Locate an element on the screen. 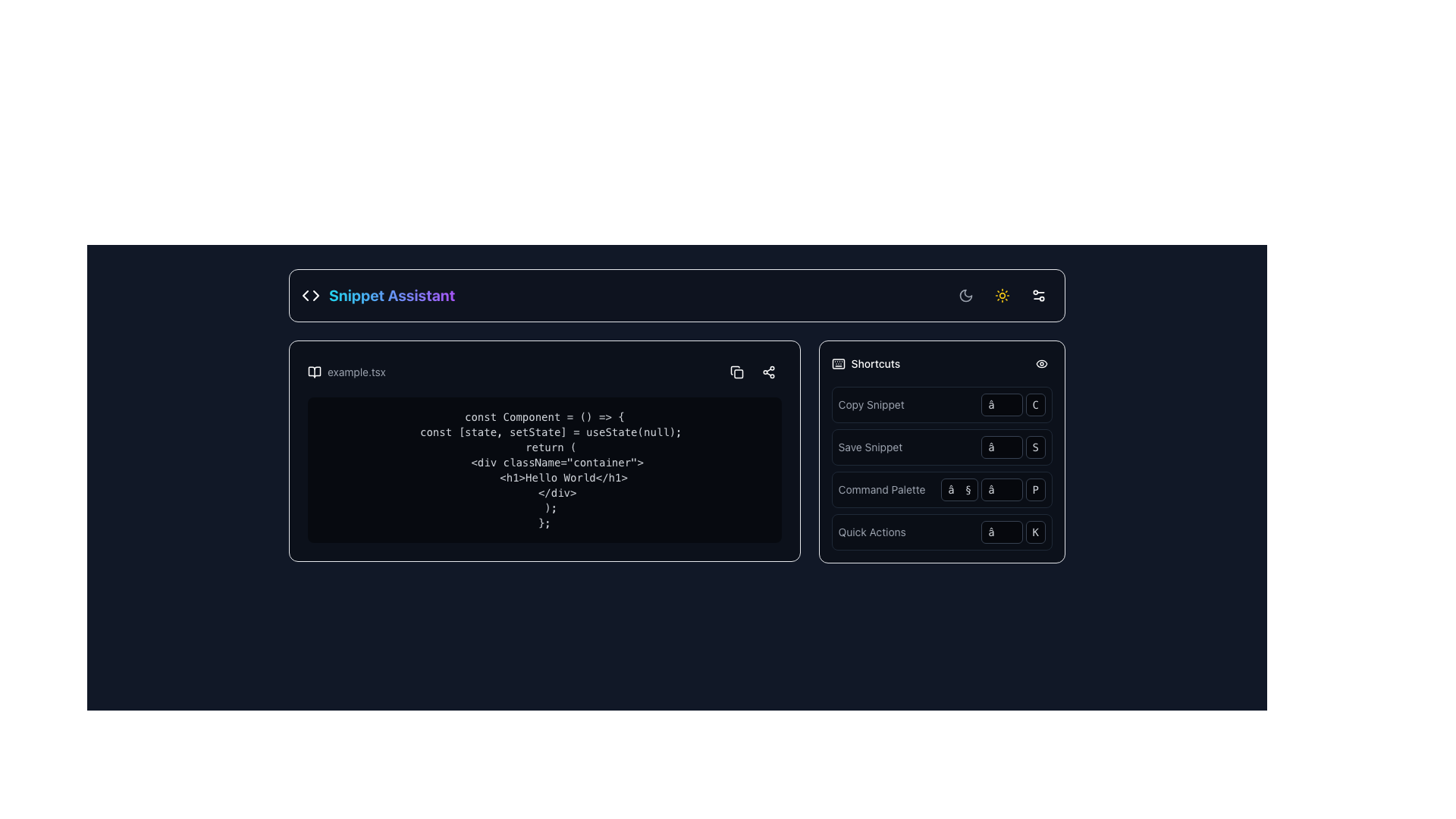  the 'Command Palette' interactive button, which is the third item in the vertical list of shortcut buttons located on the right side of the interface, positioned below the 'Save Snippet' button and above the 'Quick Actions' button is located at coordinates (941, 489).